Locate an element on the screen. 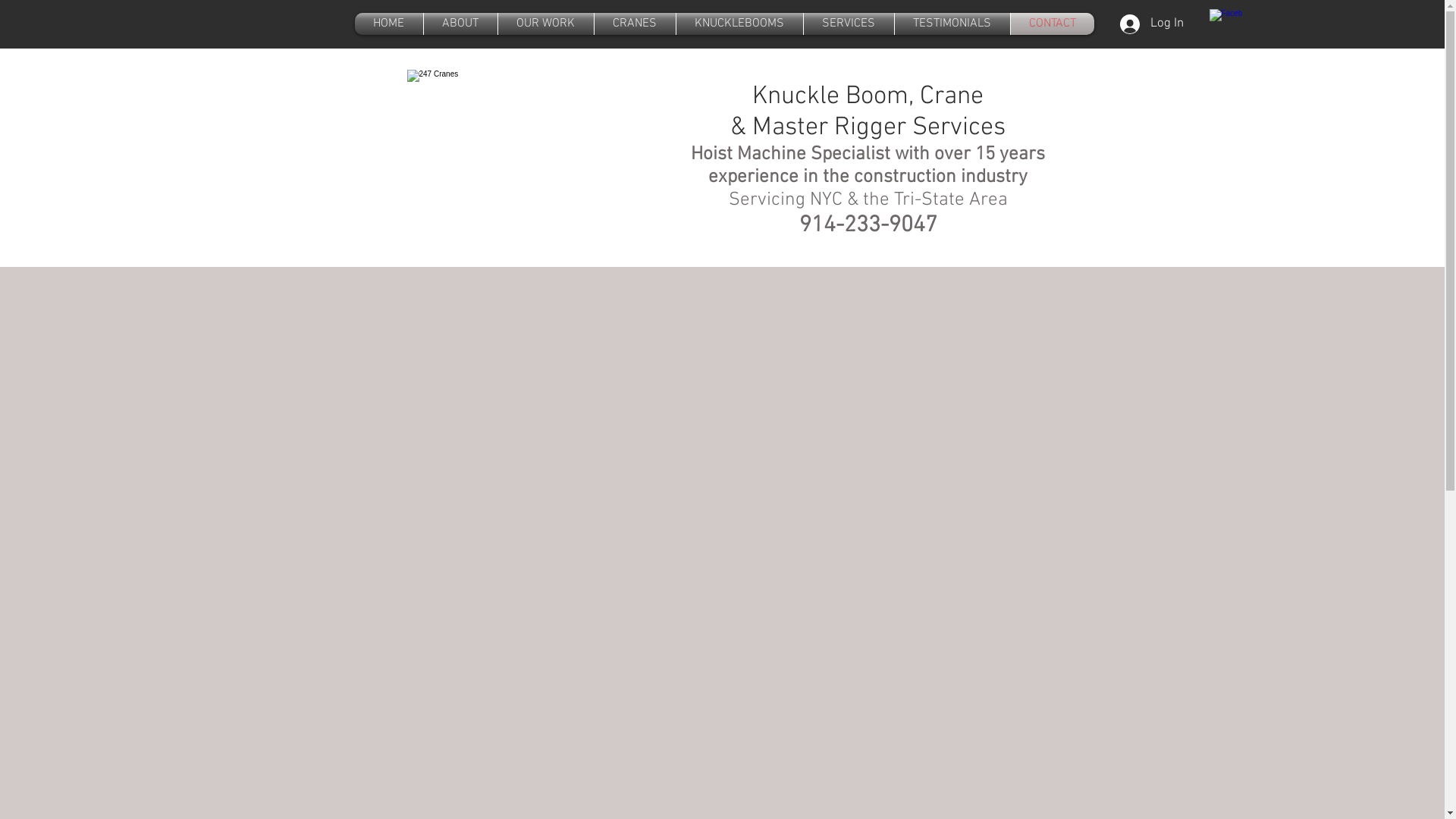  'TESTIMONIALS' is located at coordinates (952, 24).